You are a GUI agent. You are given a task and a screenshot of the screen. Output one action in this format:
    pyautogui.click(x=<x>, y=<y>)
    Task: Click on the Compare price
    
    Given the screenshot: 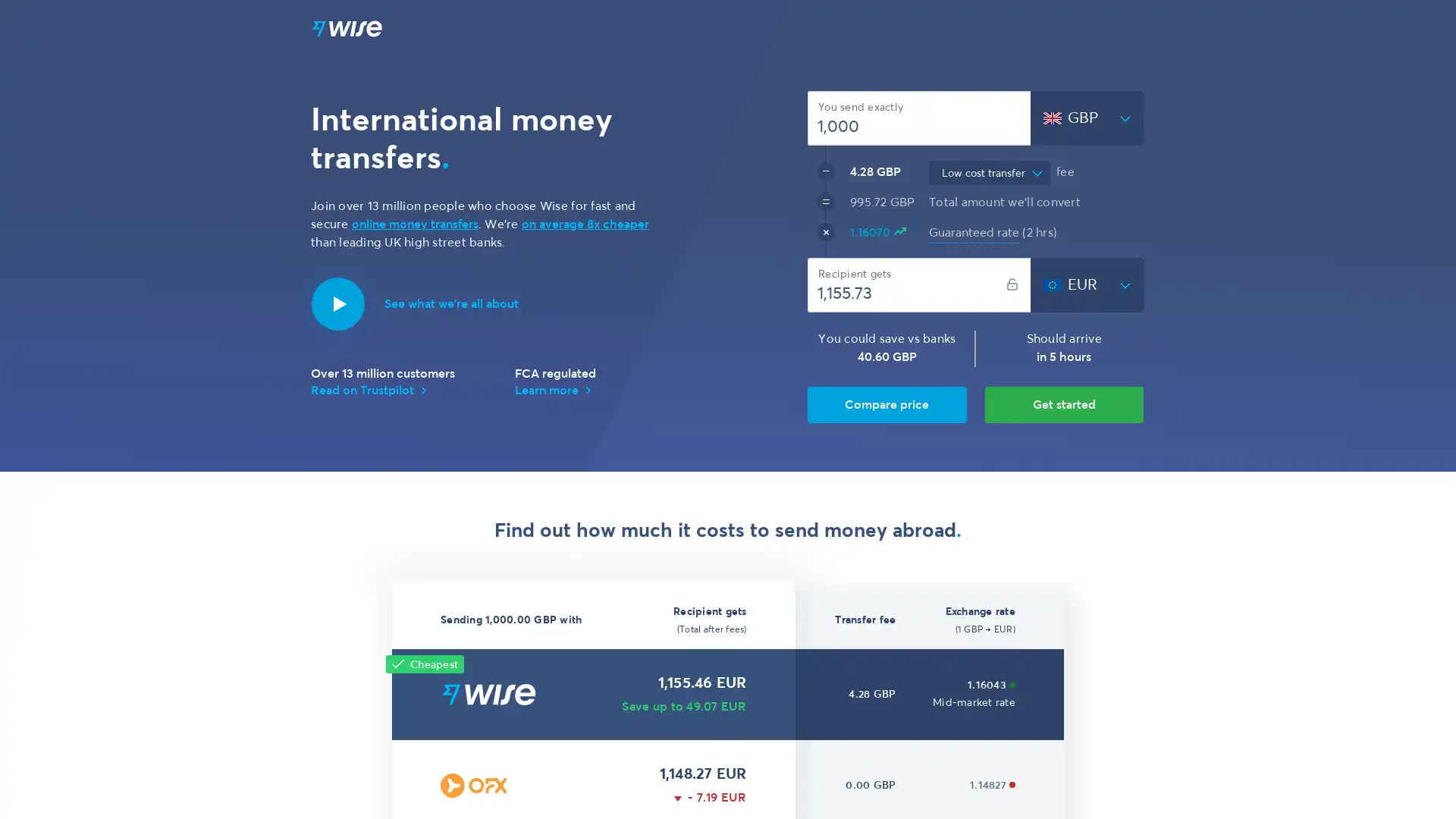 What is the action you would take?
    pyautogui.click(x=886, y=403)
    